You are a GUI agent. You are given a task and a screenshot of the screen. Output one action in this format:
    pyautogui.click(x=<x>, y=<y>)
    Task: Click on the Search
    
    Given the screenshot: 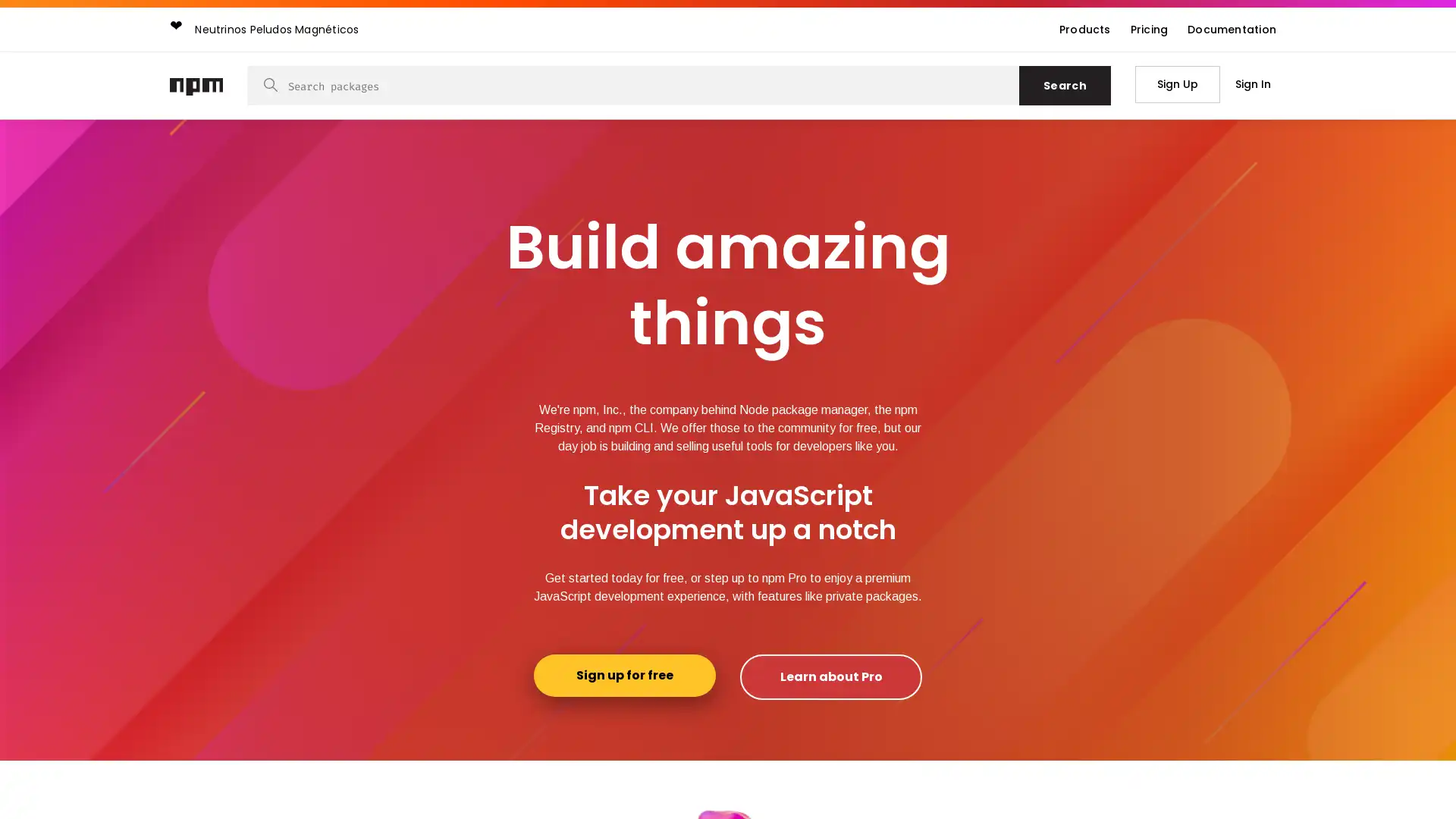 What is the action you would take?
    pyautogui.click(x=1064, y=85)
    